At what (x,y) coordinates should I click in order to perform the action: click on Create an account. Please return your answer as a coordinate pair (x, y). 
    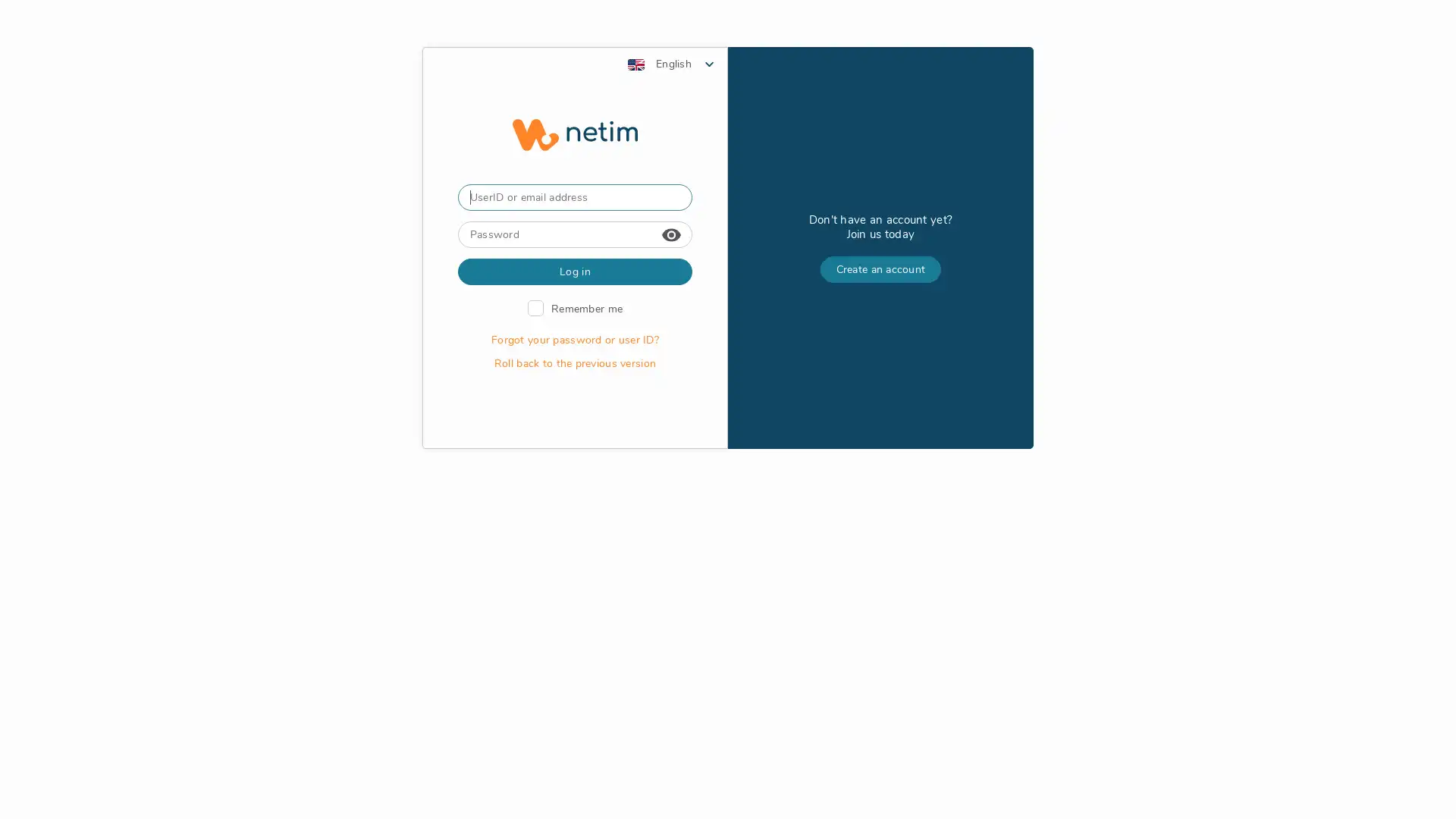
    Looking at the image, I should click on (880, 430).